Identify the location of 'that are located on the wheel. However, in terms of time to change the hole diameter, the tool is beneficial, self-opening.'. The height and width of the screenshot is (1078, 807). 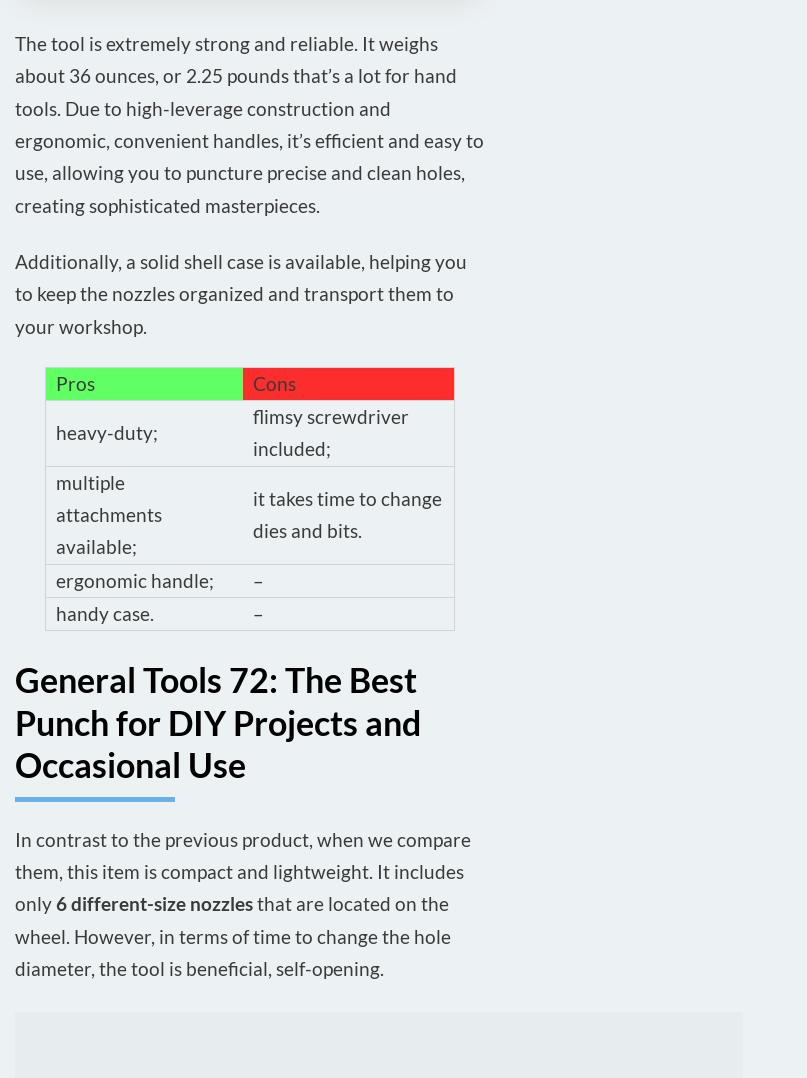
(232, 934).